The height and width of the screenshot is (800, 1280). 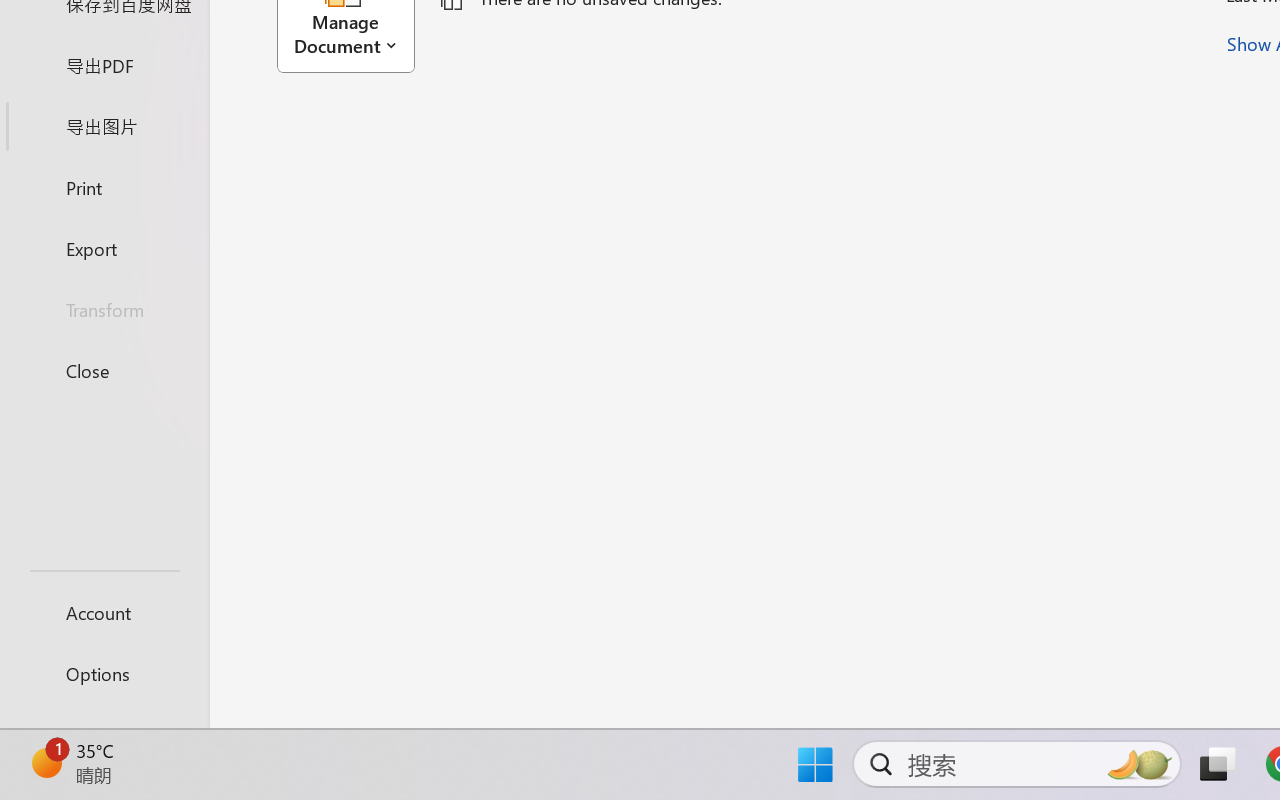 What do you see at coordinates (103, 673) in the screenshot?
I see `'Options'` at bounding box center [103, 673].